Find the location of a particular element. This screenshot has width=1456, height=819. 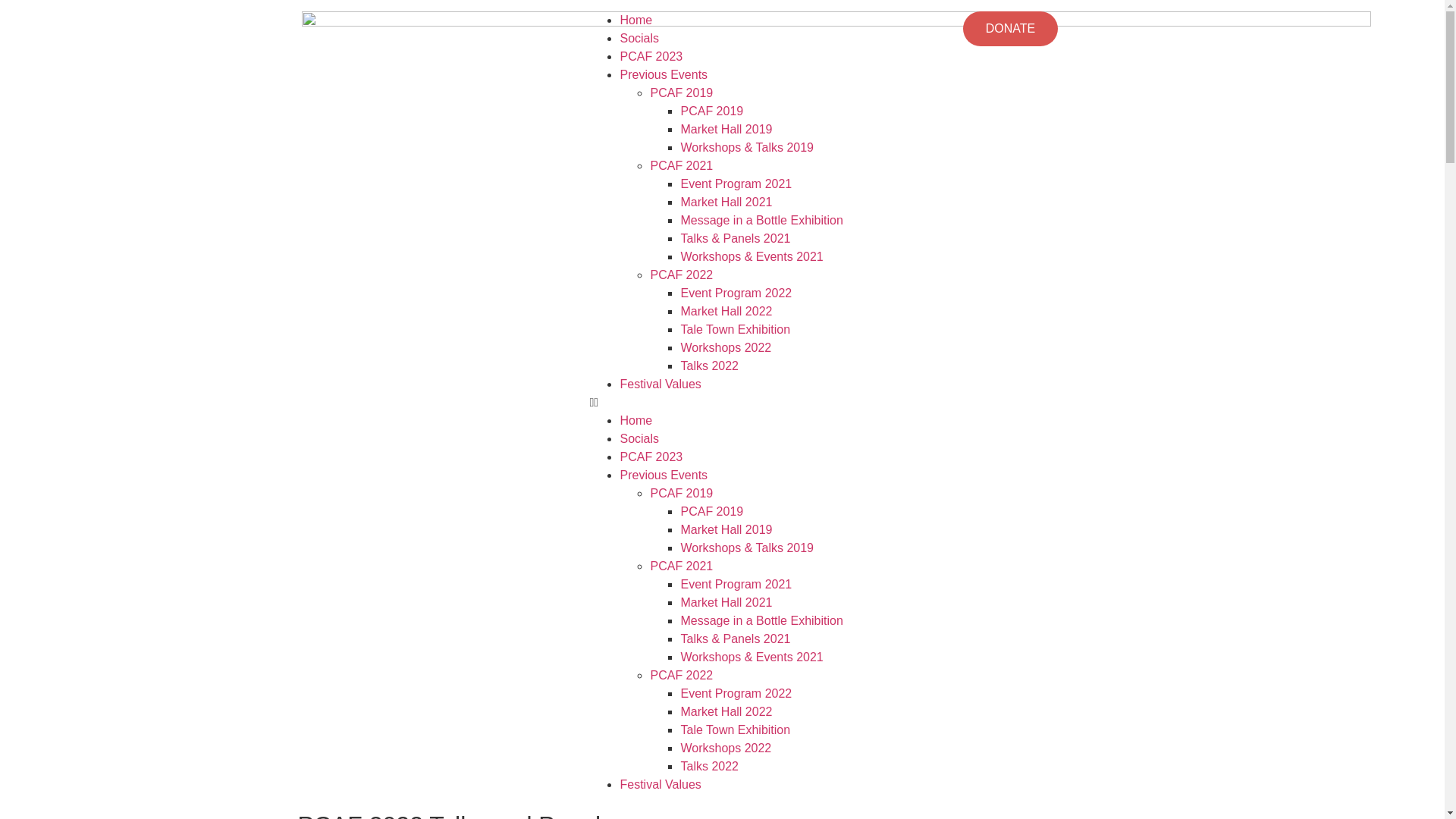

'Socials' is located at coordinates (639, 438).